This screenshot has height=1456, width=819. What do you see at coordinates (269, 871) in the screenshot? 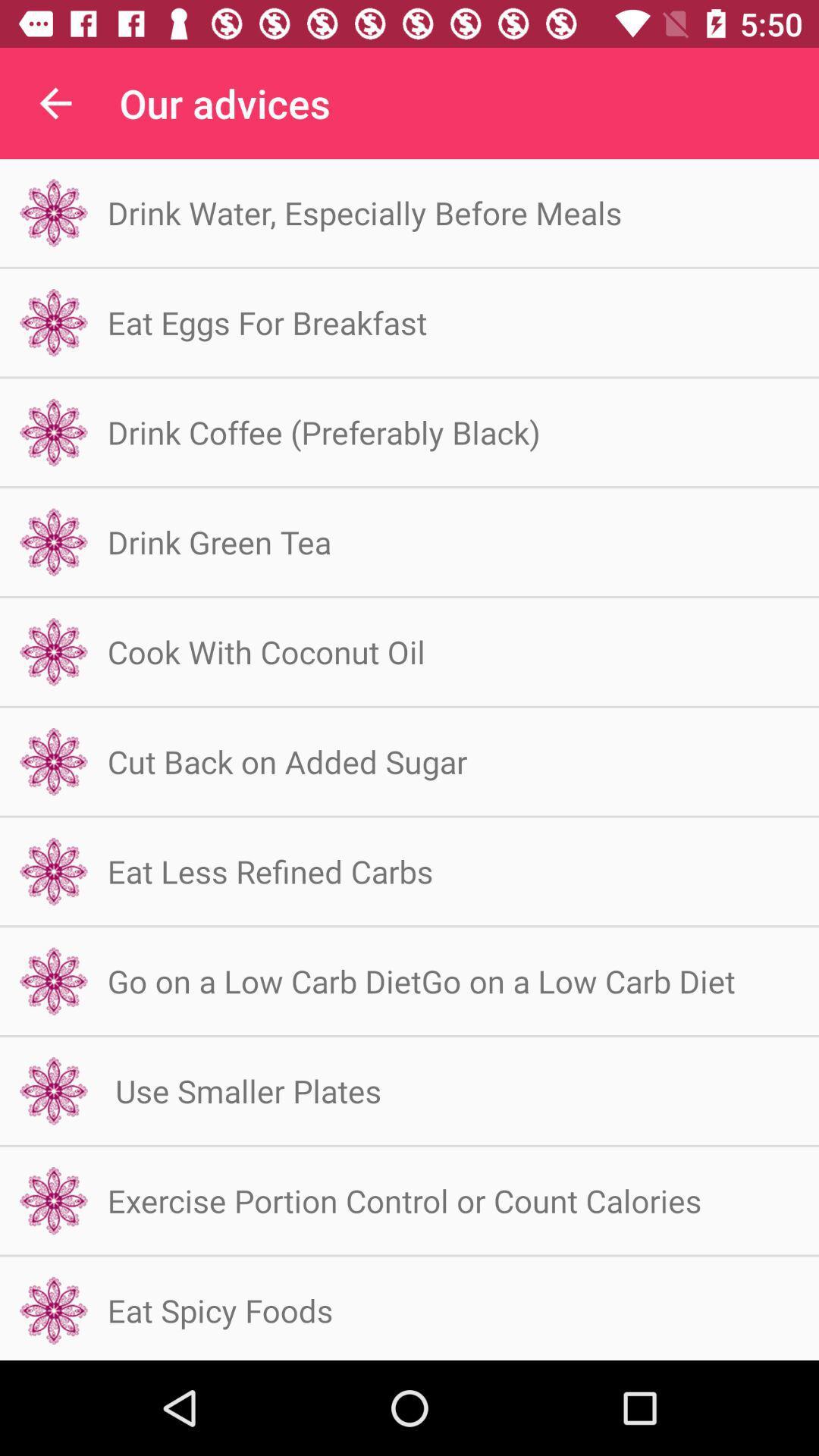
I see `item below the cut back on item` at bounding box center [269, 871].